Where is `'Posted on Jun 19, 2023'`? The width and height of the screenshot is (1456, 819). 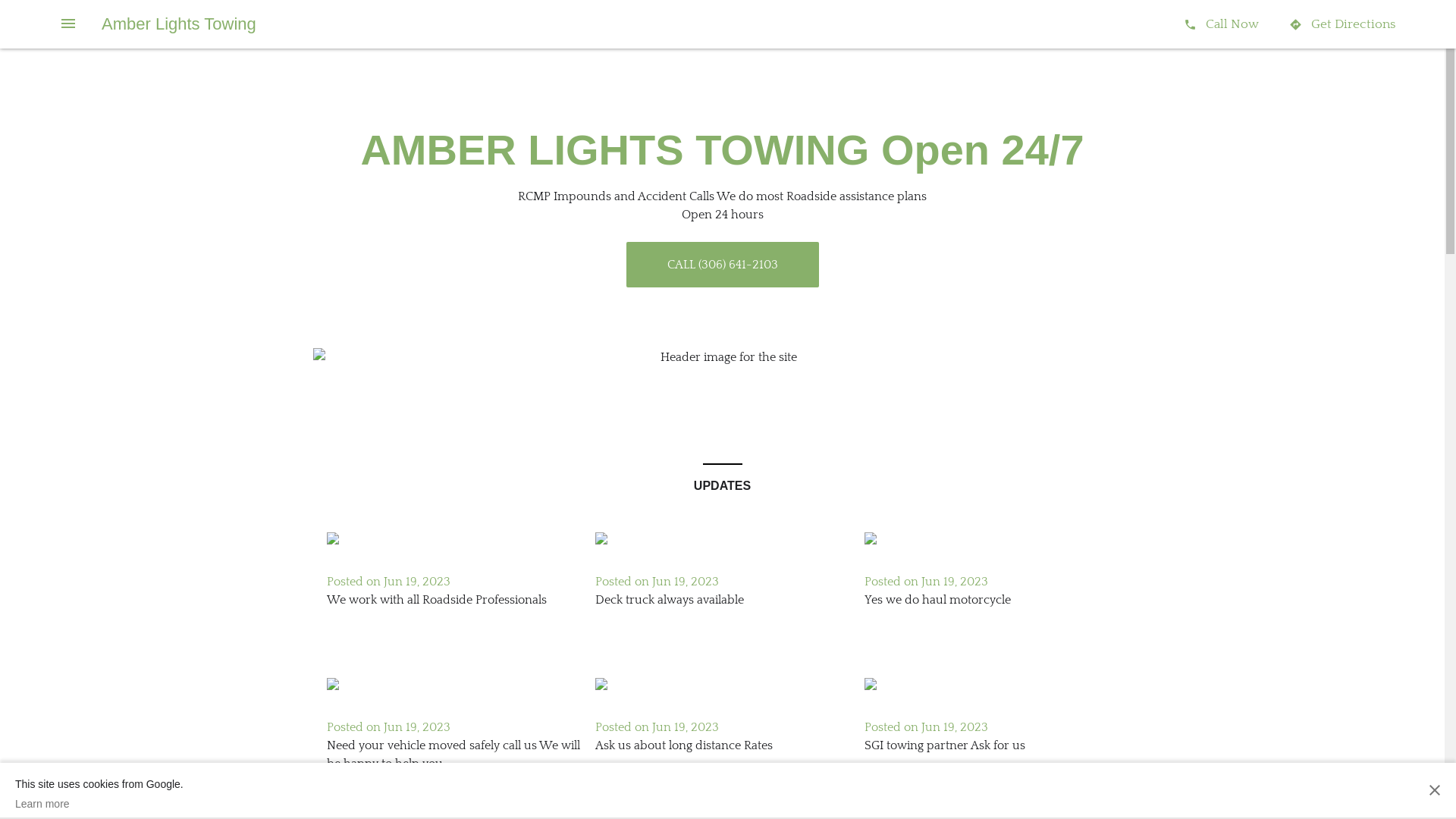 'Posted on Jun 19, 2023' is located at coordinates (657, 581).